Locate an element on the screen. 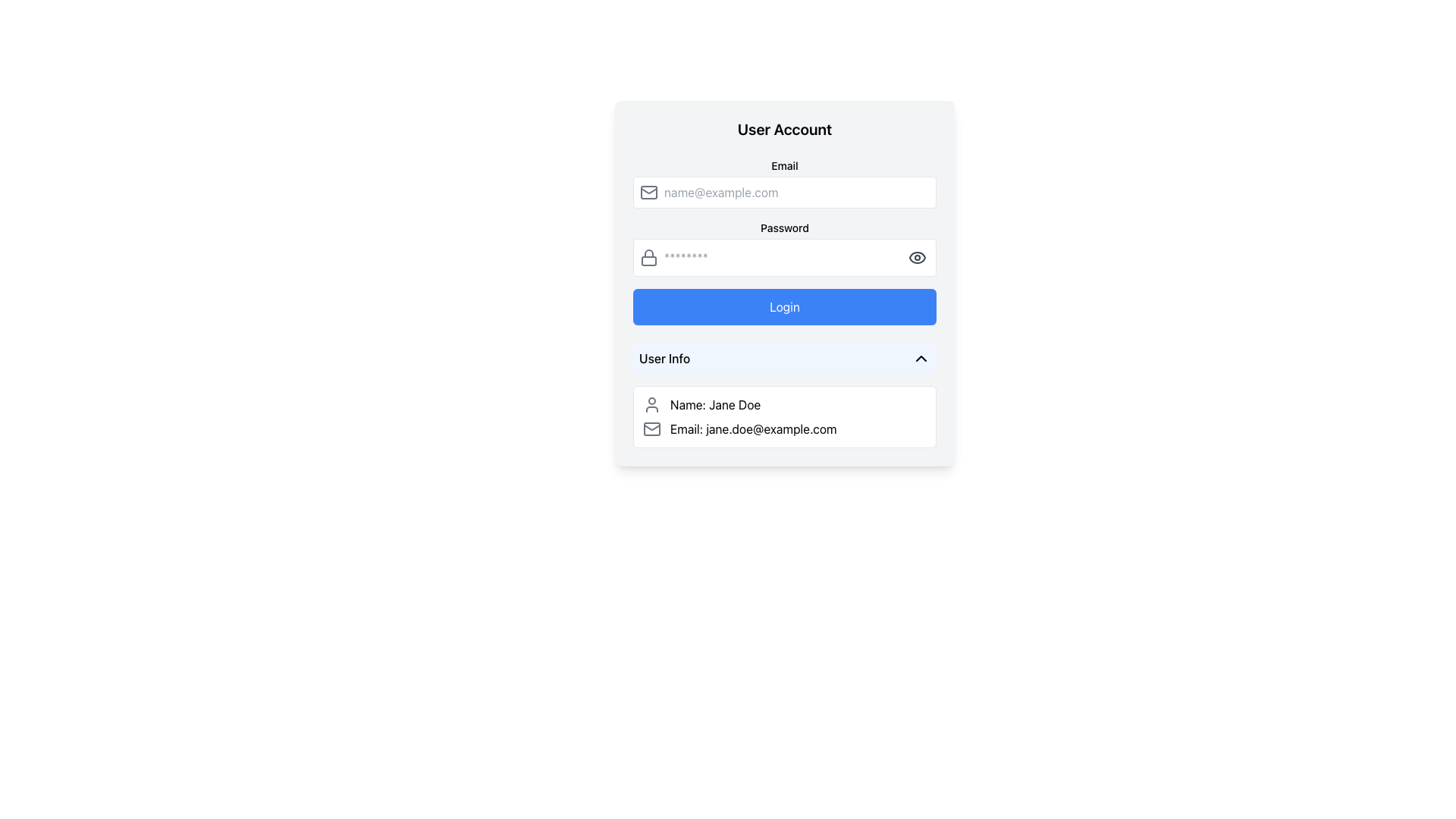 This screenshot has width=1456, height=819. the user icon resembling a person, which is a simplistic gray design located to the left of the text 'Name: Jane Doe' in the 'User Info' section is located at coordinates (651, 403).